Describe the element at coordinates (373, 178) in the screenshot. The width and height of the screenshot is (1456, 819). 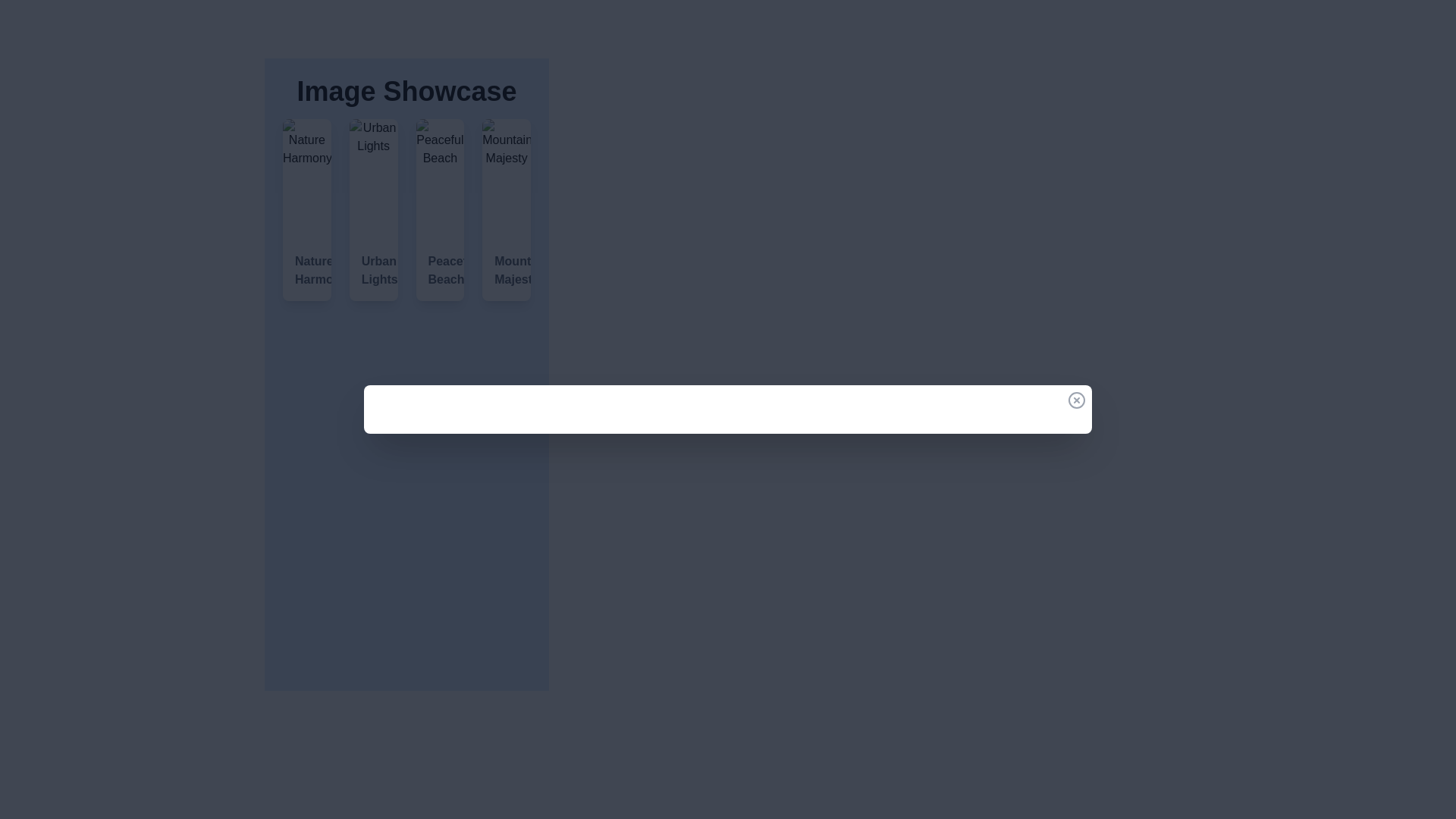
I see `the image thumbnail representing the content item titled 'Urban Lights' located in the second column of the card layout` at that location.